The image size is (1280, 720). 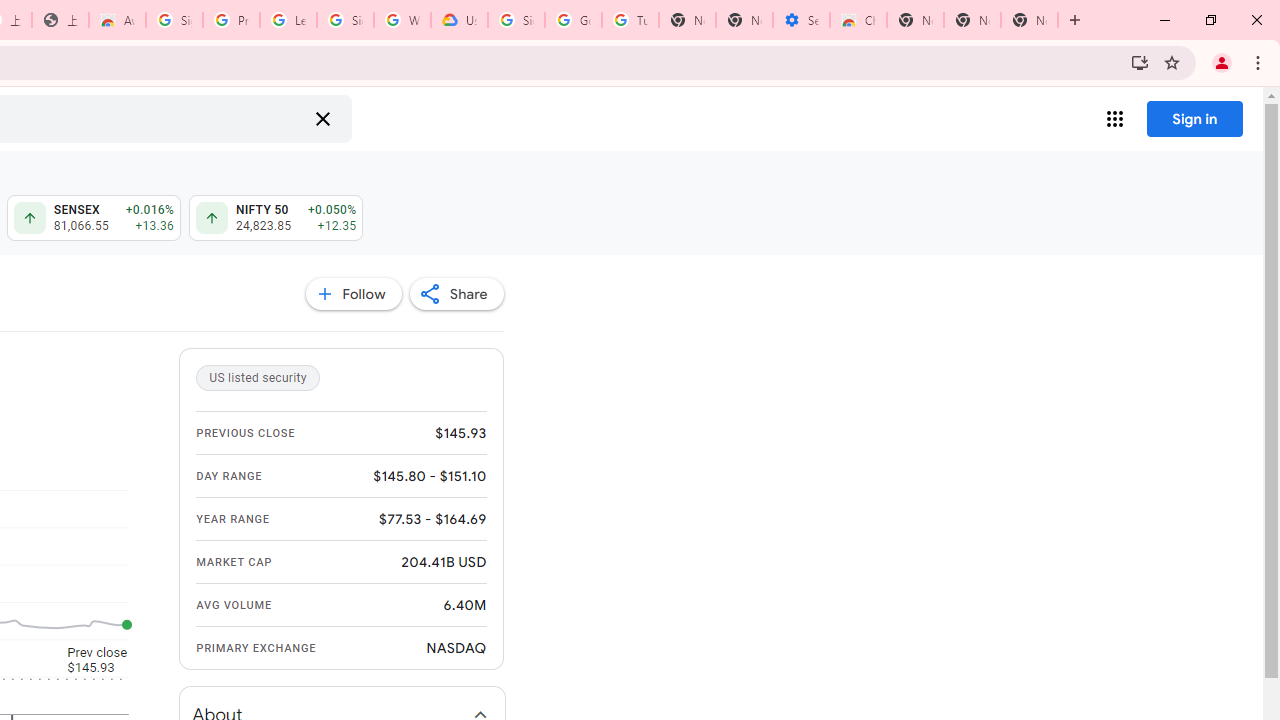 I want to click on 'Clear search', so click(x=322, y=118).